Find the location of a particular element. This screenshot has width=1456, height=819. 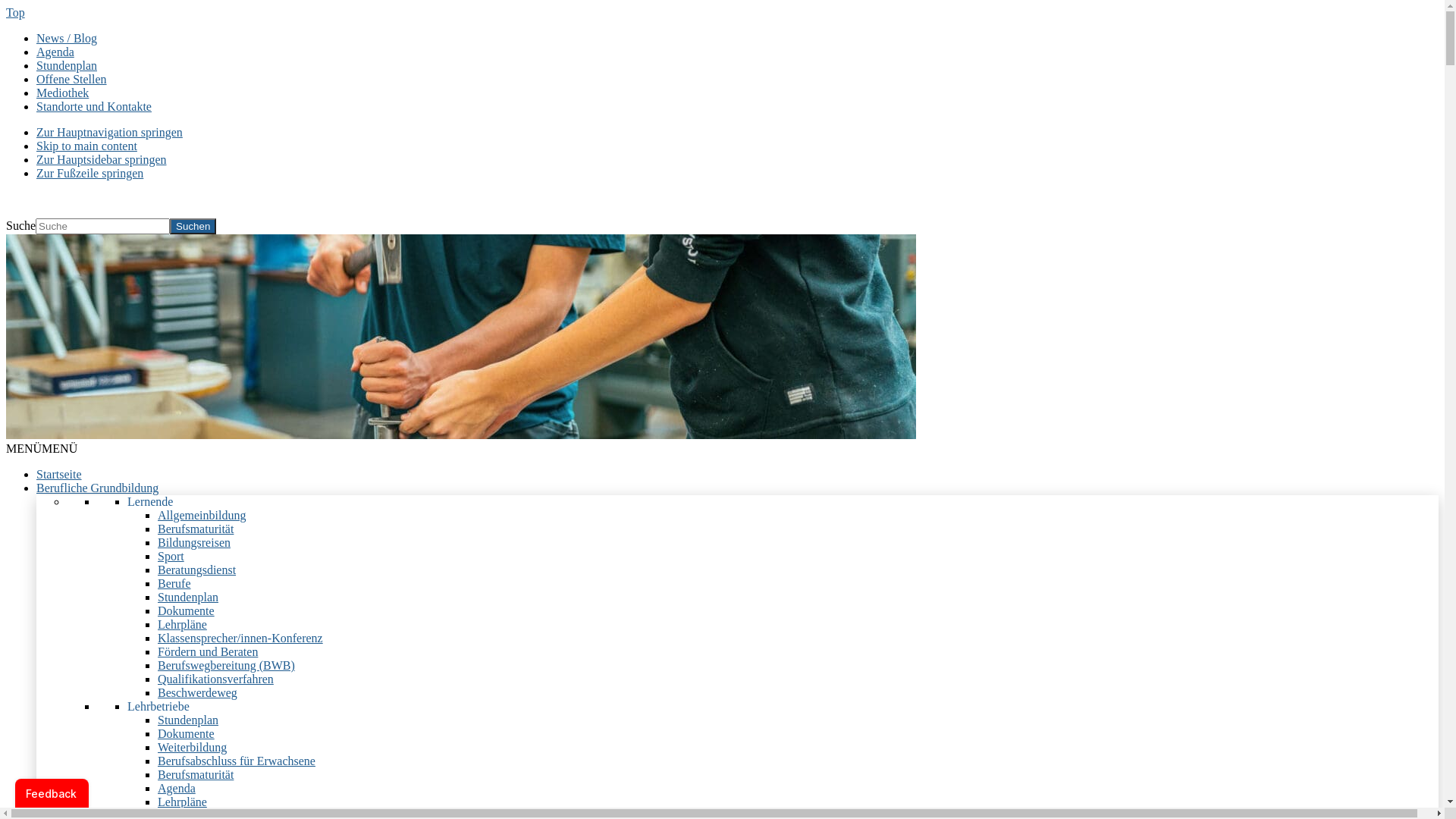

'Dokumente' is located at coordinates (185, 610).